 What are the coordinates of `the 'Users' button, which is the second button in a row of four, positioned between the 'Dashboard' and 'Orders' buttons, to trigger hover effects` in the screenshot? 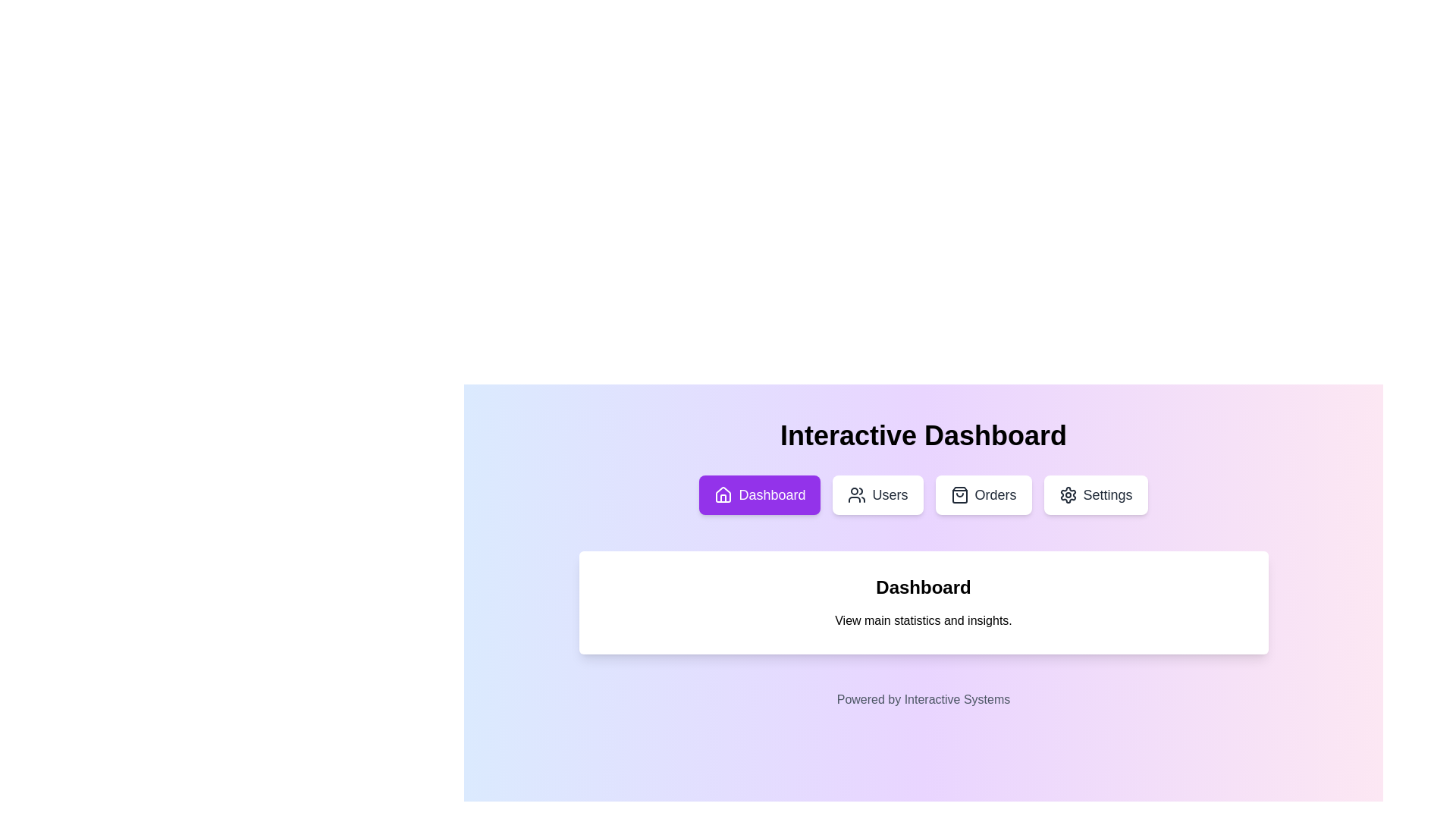 It's located at (877, 494).